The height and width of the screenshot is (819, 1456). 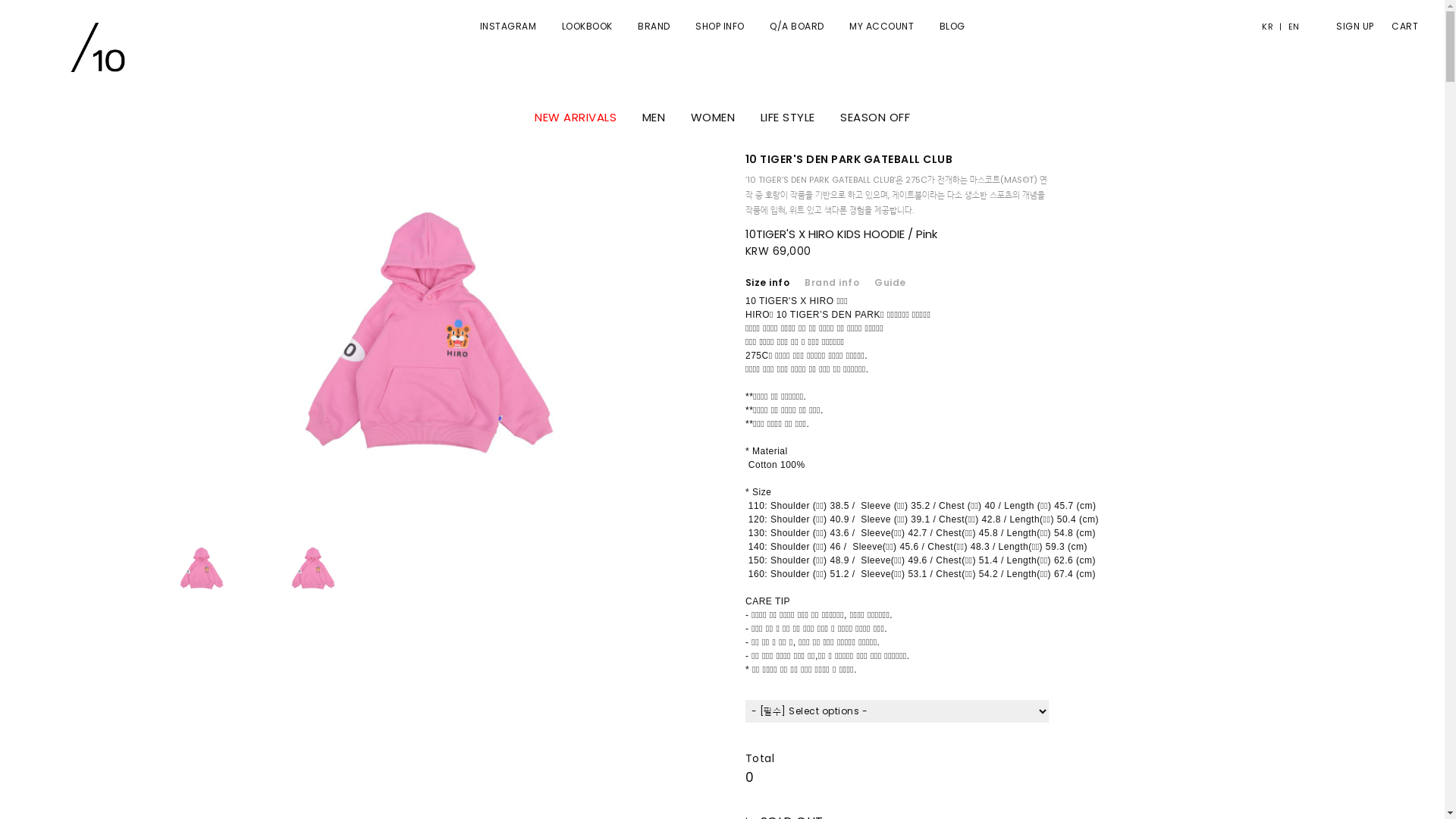 What do you see at coordinates (711, 116) in the screenshot?
I see `'WOMEN'` at bounding box center [711, 116].